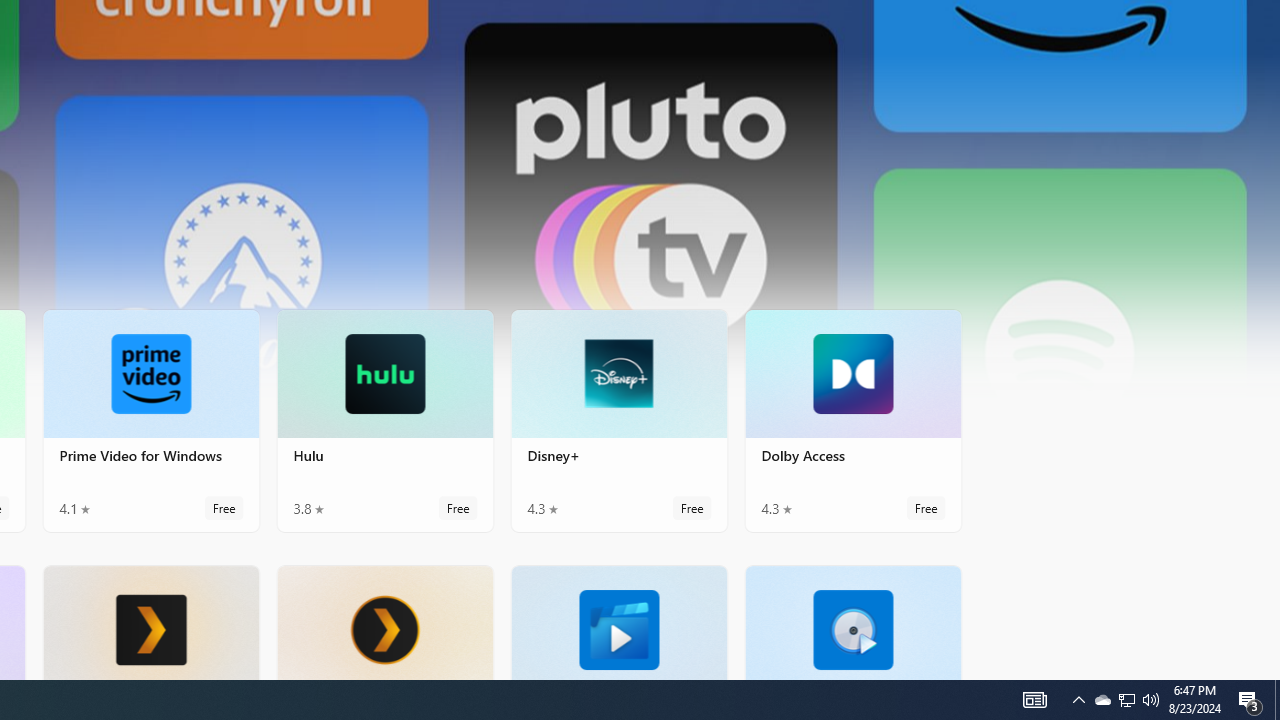 The height and width of the screenshot is (720, 1280). Describe the element at coordinates (385, 419) in the screenshot. I see `'Hulu. Average rating of 3.8 out of five stars. Free  '` at that location.